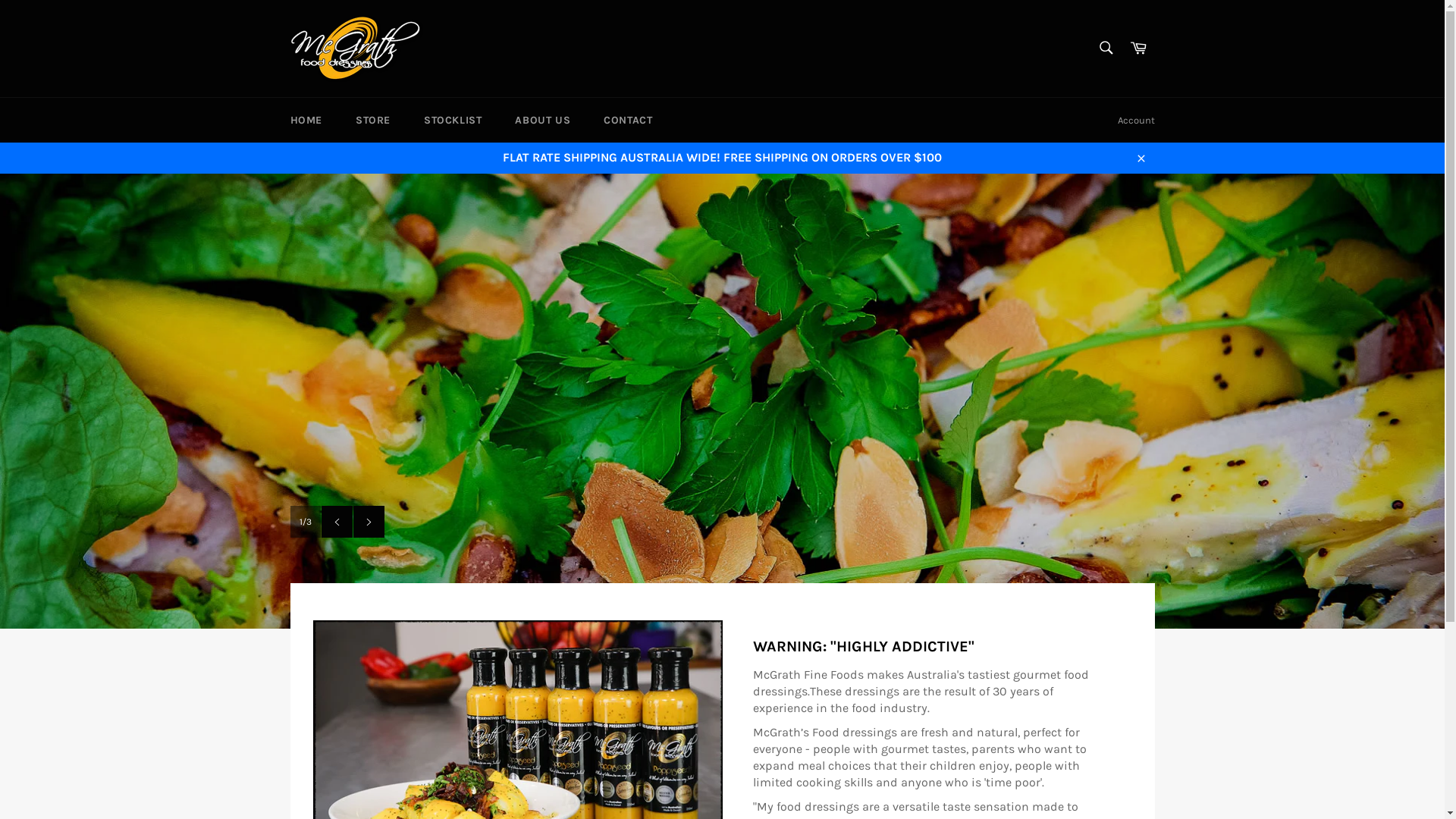  I want to click on 'ABOUT US', so click(542, 119).